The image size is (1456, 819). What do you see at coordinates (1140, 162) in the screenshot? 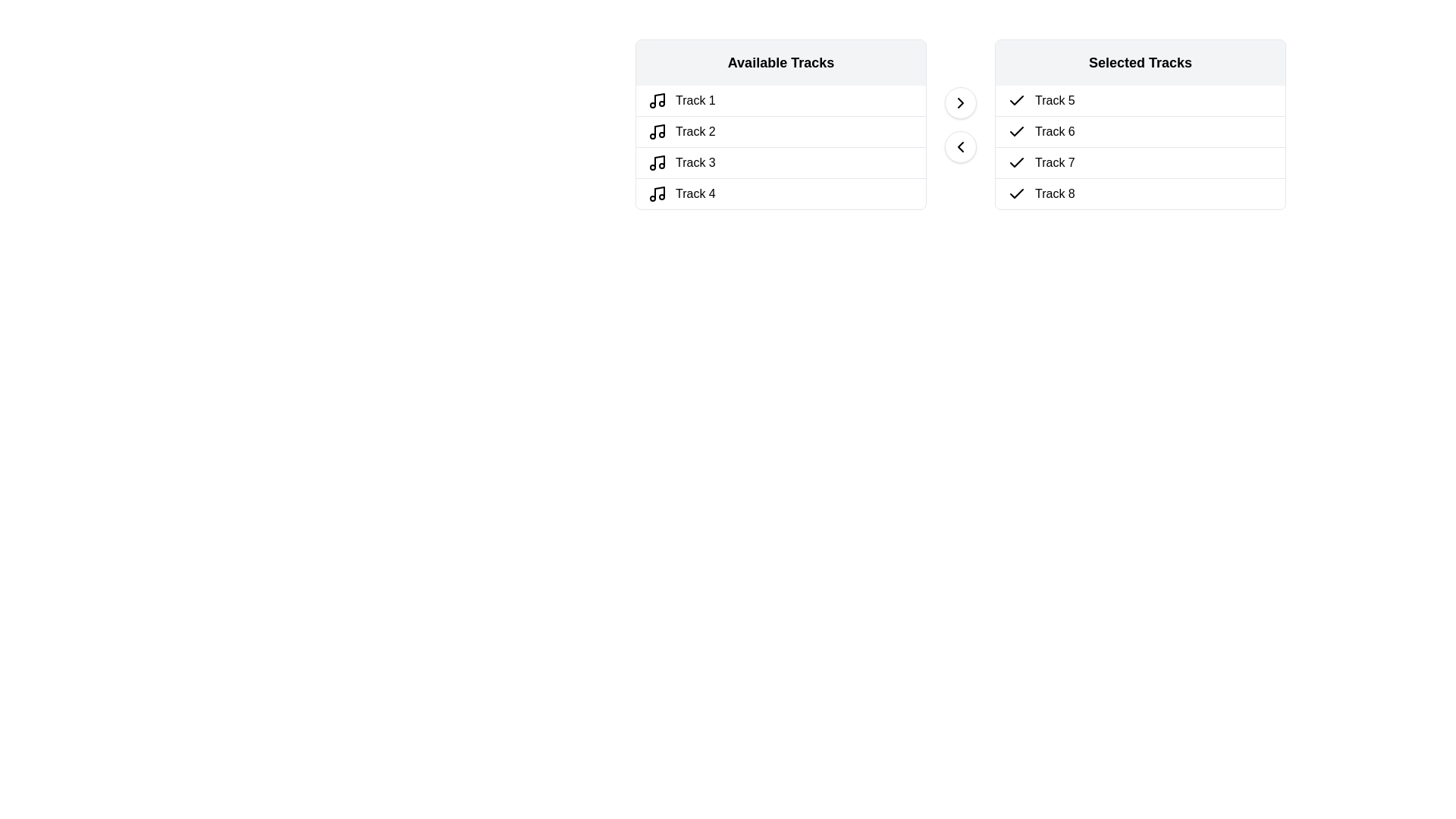
I see `the selected list item indicating 'Track 7', which is the third item in the 'Selected Tracks' list, located in the right-hand column between 'Track 6' and 'Track 8'` at bounding box center [1140, 162].